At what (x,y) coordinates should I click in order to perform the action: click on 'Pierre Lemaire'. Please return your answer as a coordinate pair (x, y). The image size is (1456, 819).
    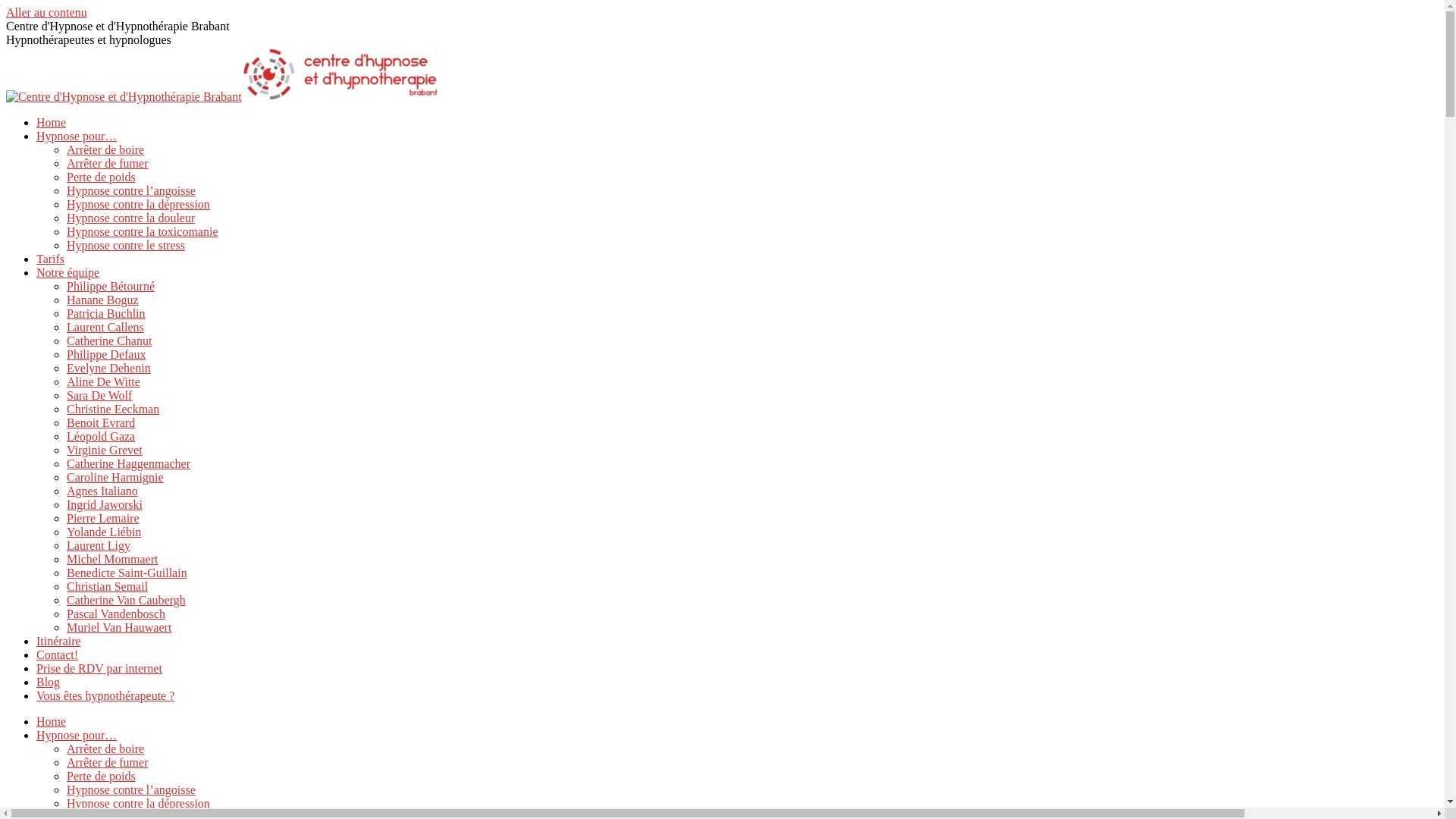
    Looking at the image, I should click on (102, 517).